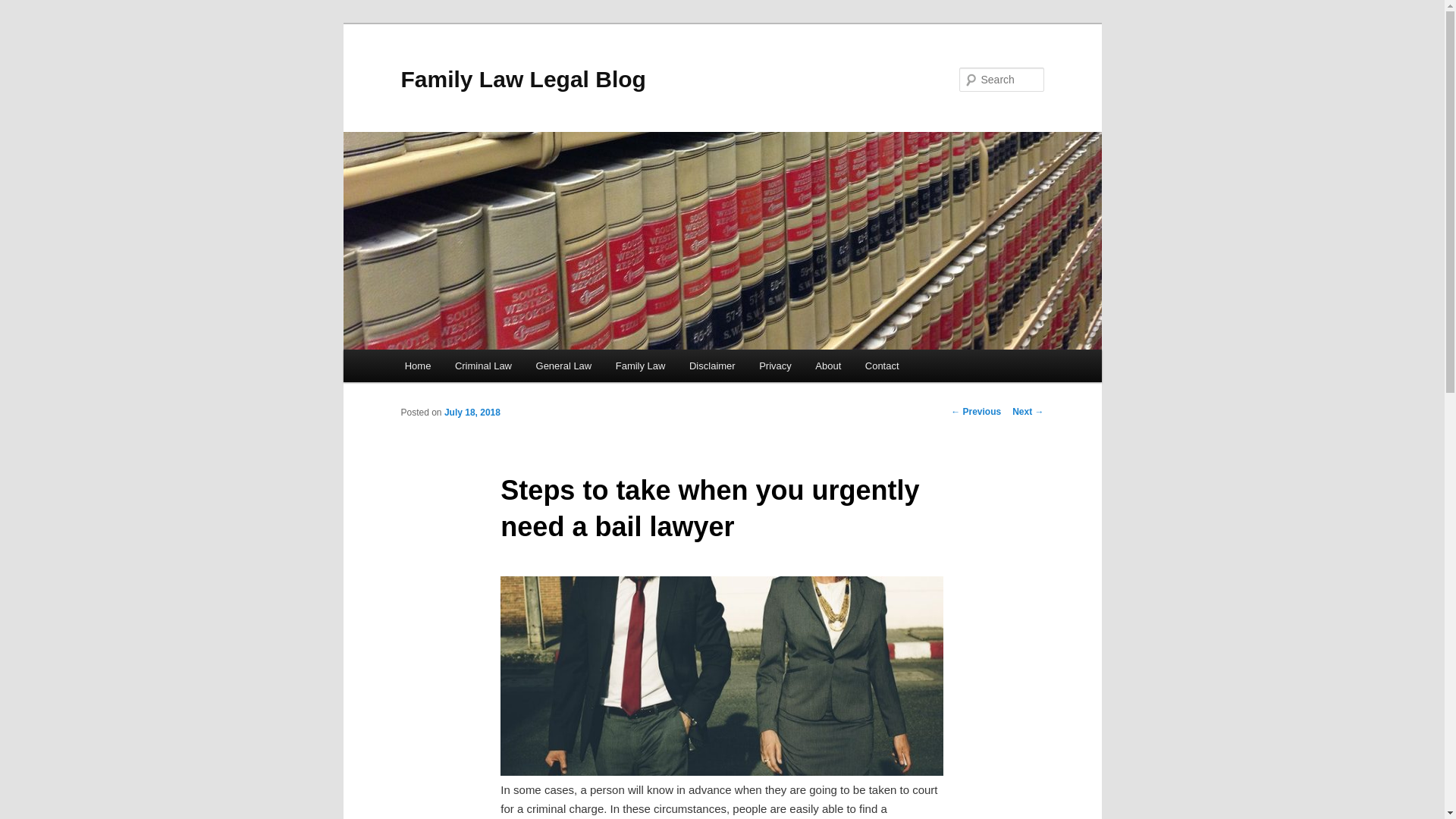 Image resolution: width=1456 pixels, height=819 pixels. What do you see at coordinates (711, 366) in the screenshot?
I see `'Disclaimer'` at bounding box center [711, 366].